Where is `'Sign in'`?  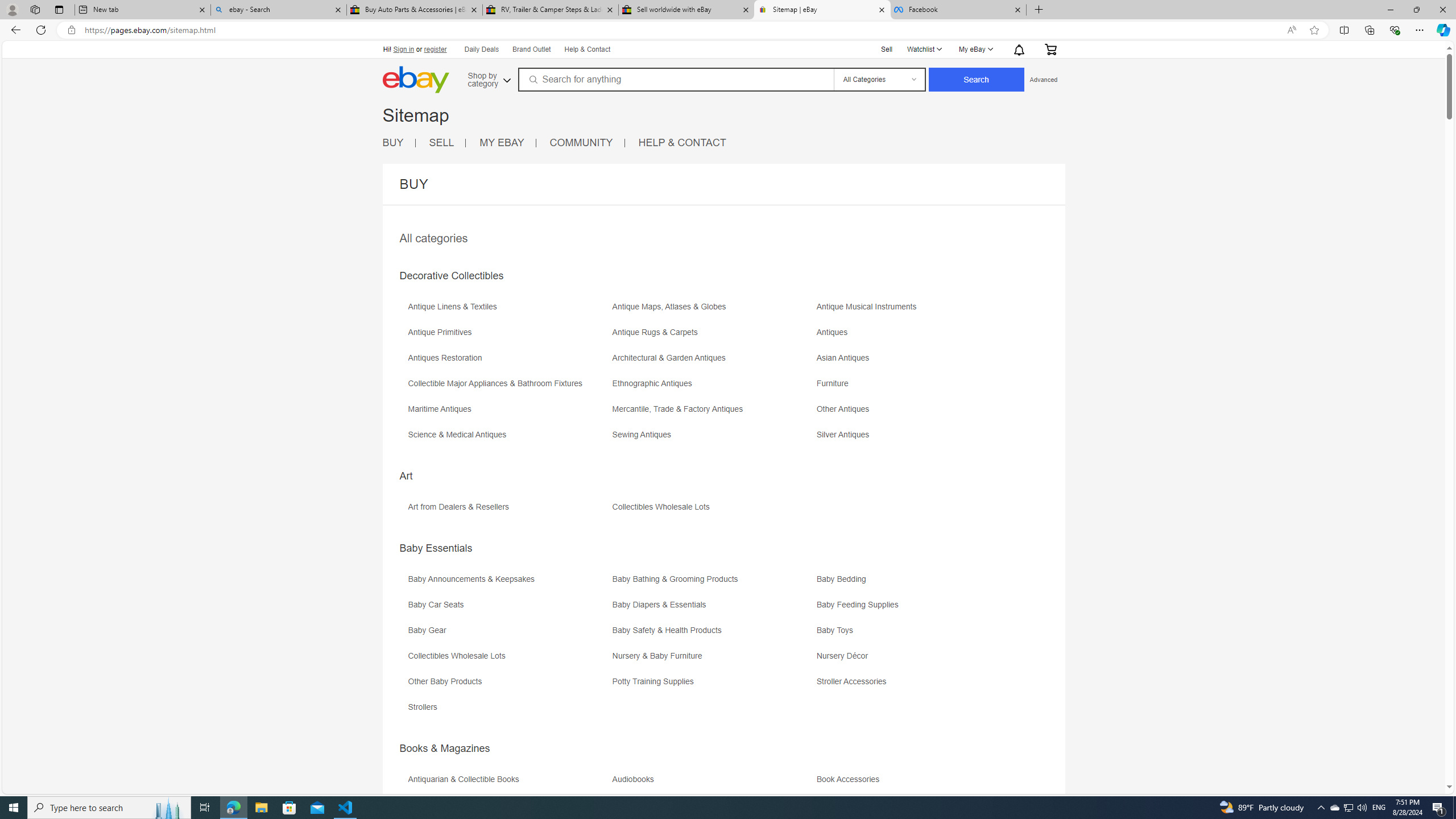
'Sign in' is located at coordinates (403, 49).